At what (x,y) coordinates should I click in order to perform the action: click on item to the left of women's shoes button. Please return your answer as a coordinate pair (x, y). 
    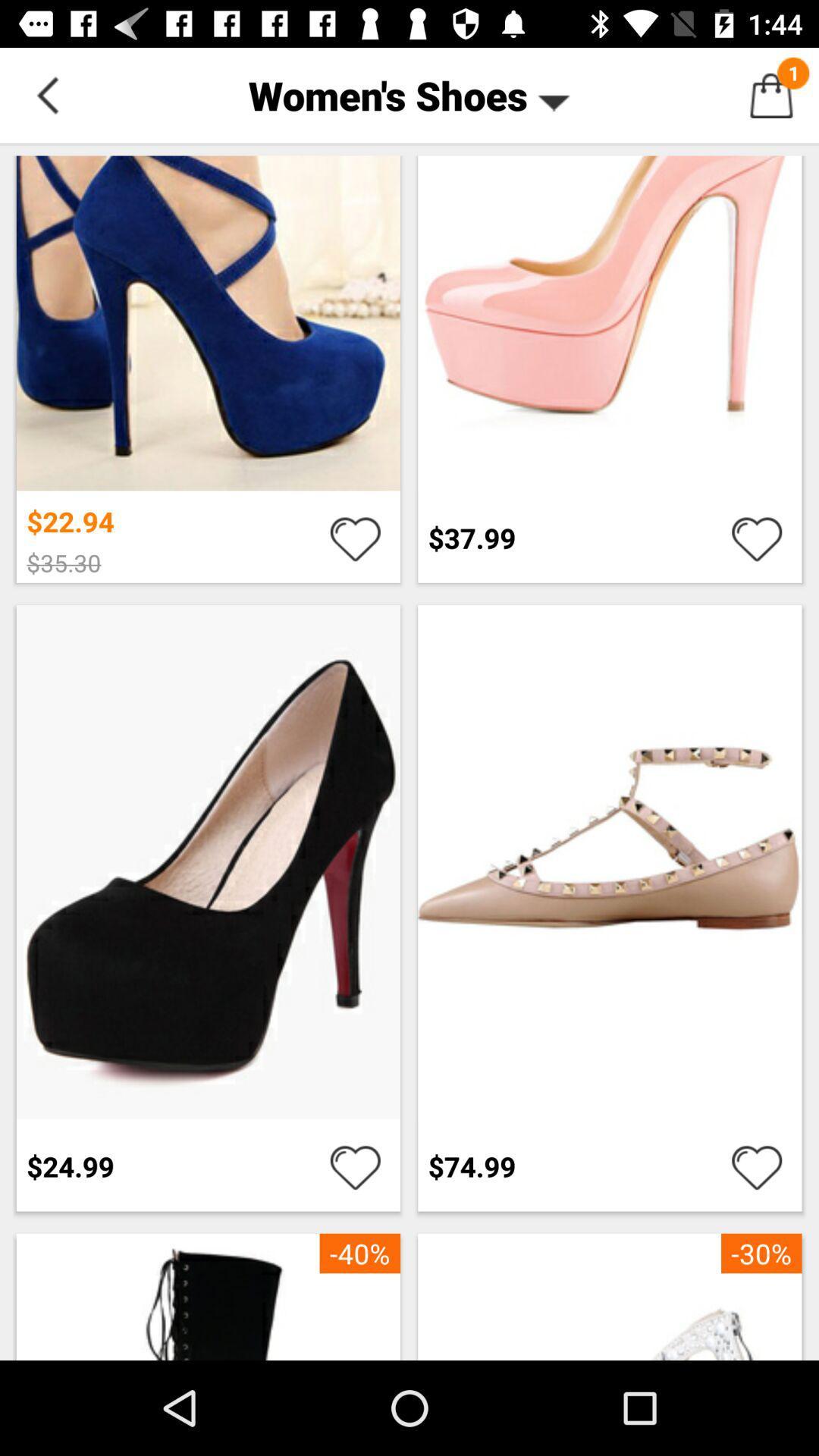
    Looking at the image, I should click on (46, 94).